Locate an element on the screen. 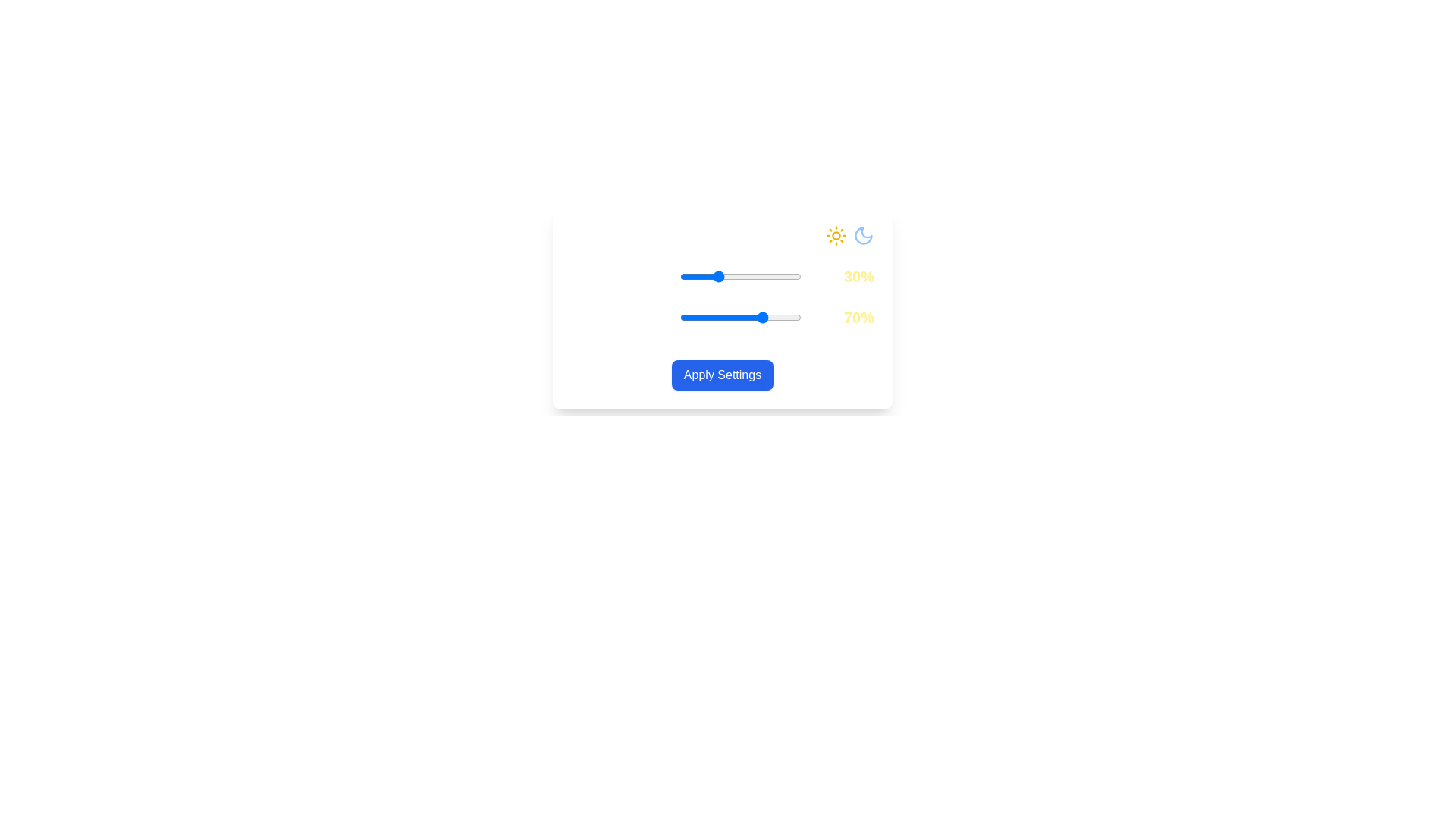 The height and width of the screenshot is (819, 1456). the Daylight Intensity slider to 33% is located at coordinates (719, 277).